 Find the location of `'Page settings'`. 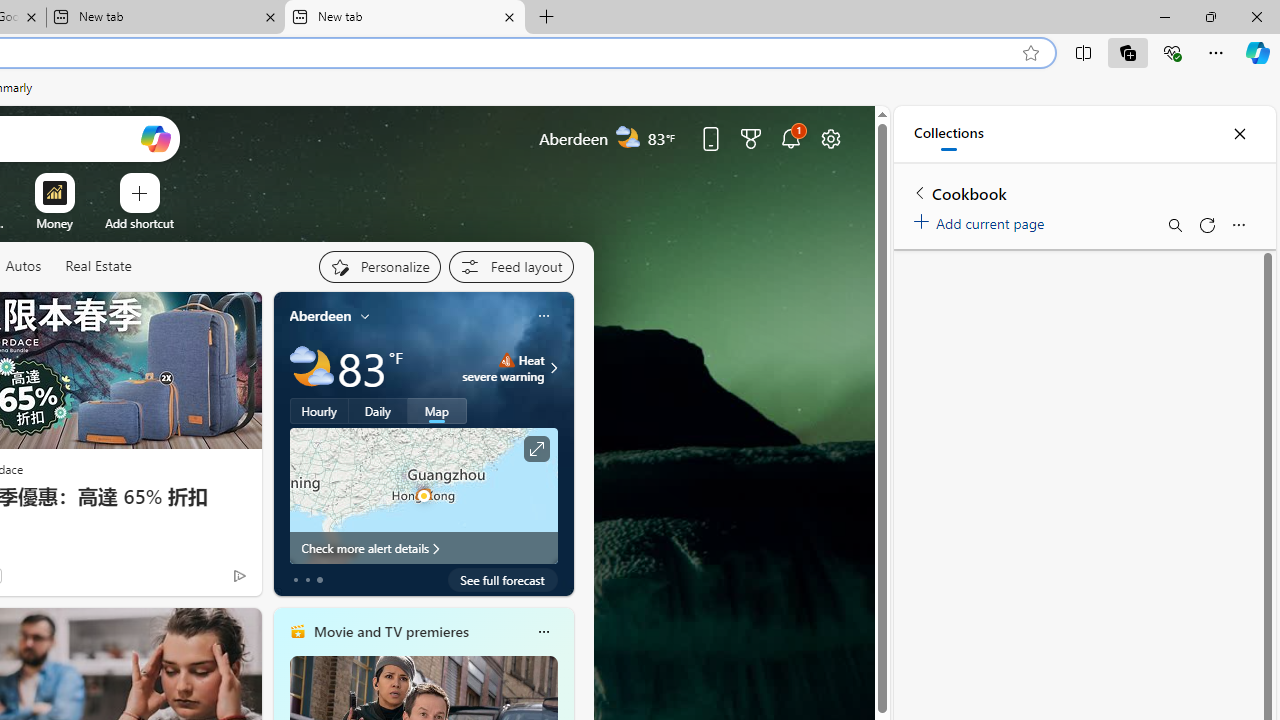

'Page settings' is located at coordinates (831, 137).